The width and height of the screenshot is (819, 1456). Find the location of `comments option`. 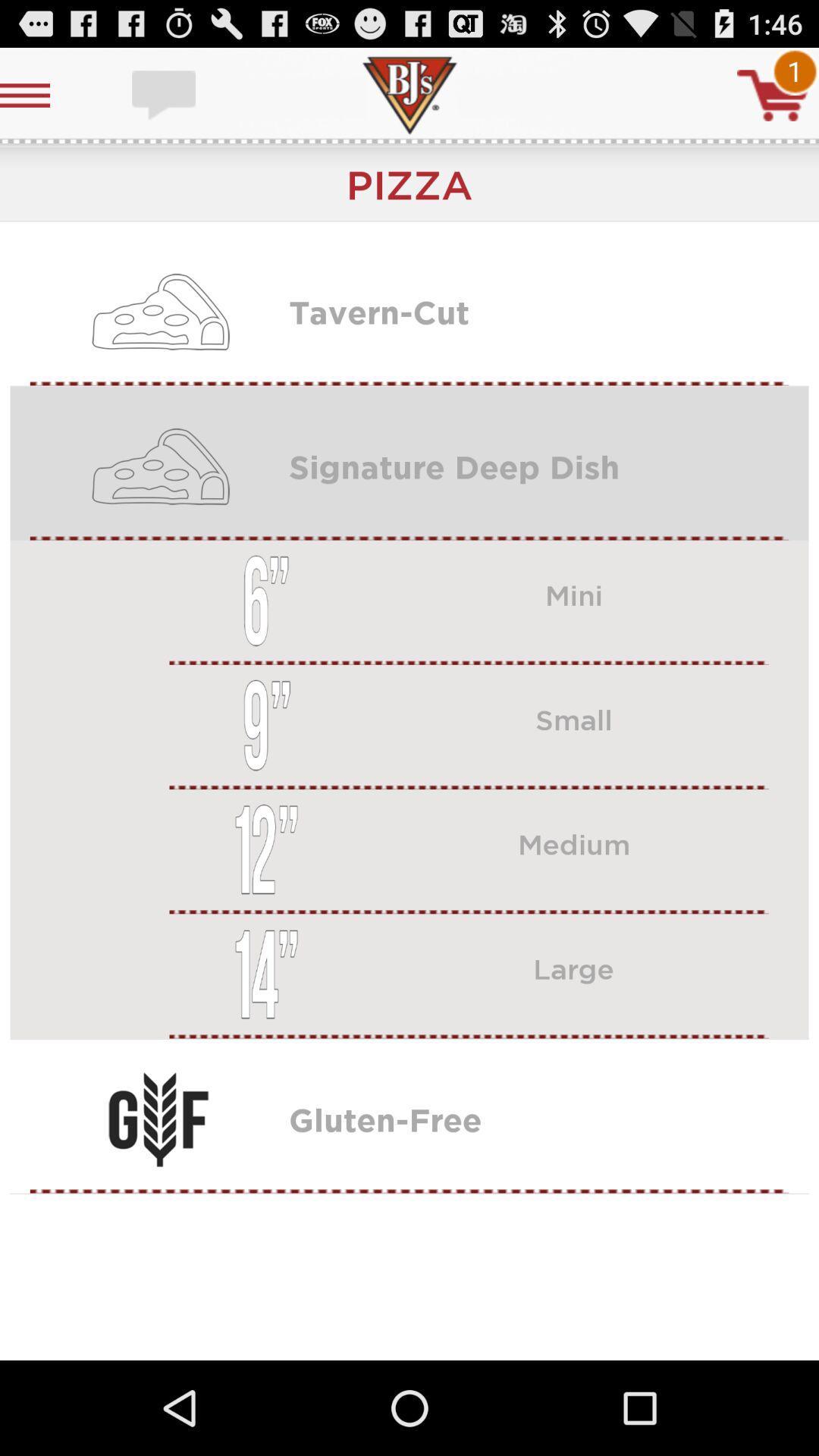

comments option is located at coordinates (165, 94).